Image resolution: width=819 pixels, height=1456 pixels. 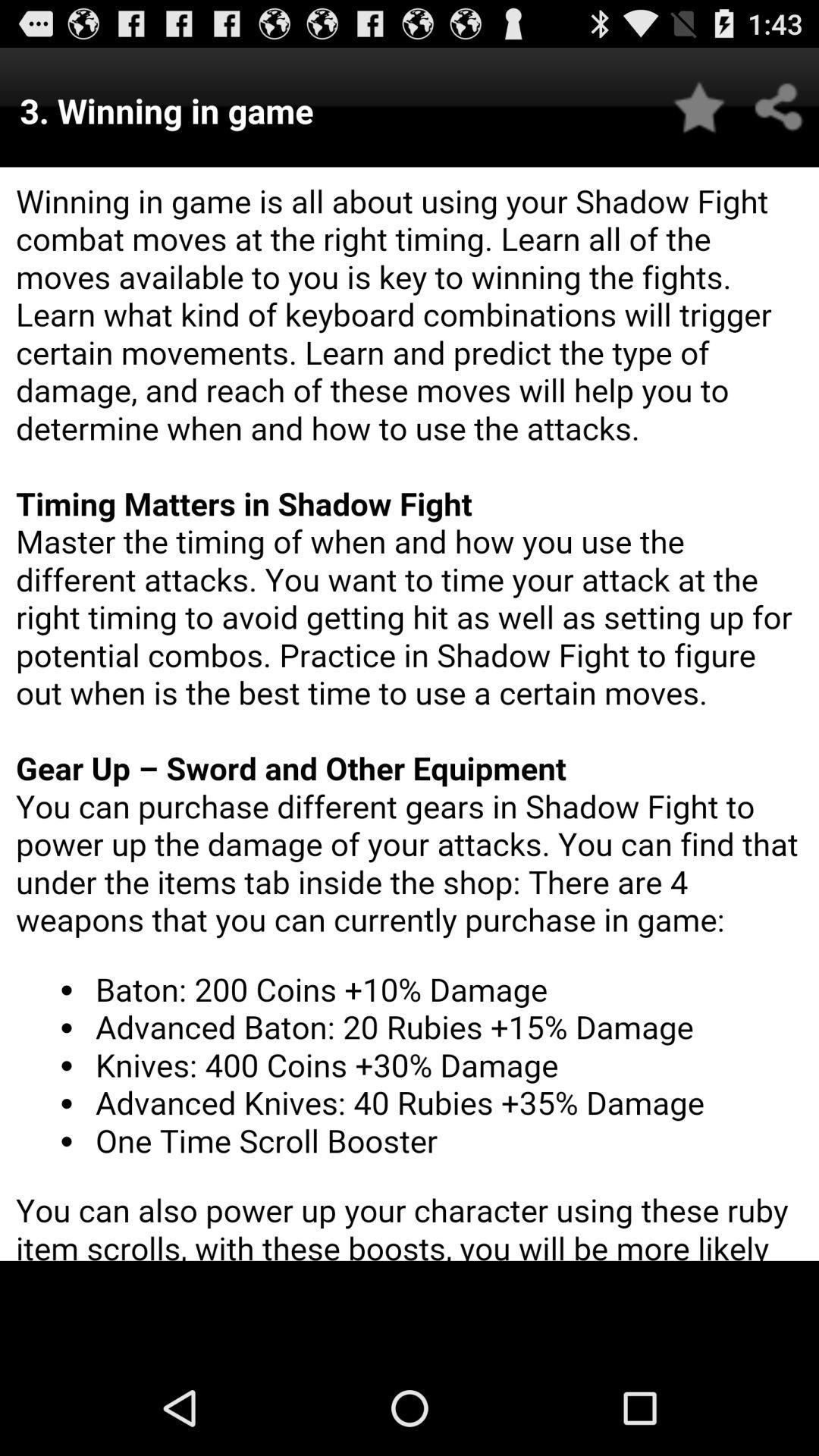 What do you see at coordinates (779, 106) in the screenshot?
I see `share button` at bounding box center [779, 106].